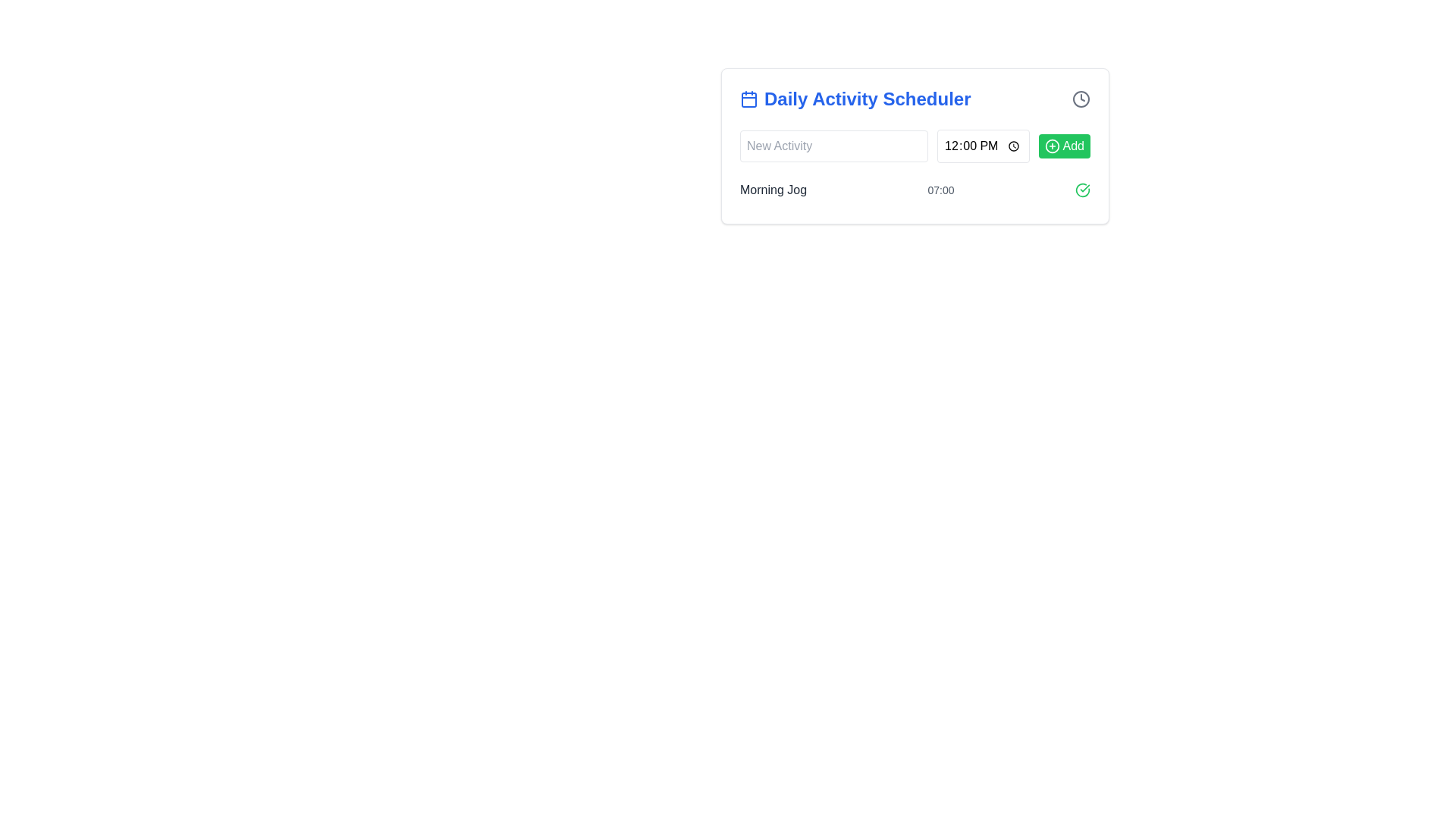 The image size is (1456, 819). What do you see at coordinates (1063, 146) in the screenshot?
I see `the 'Add Activity' button located at the far-right end of the row, adjacent to the 'New Activity' text input field and the time selector` at bounding box center [1063, 146].